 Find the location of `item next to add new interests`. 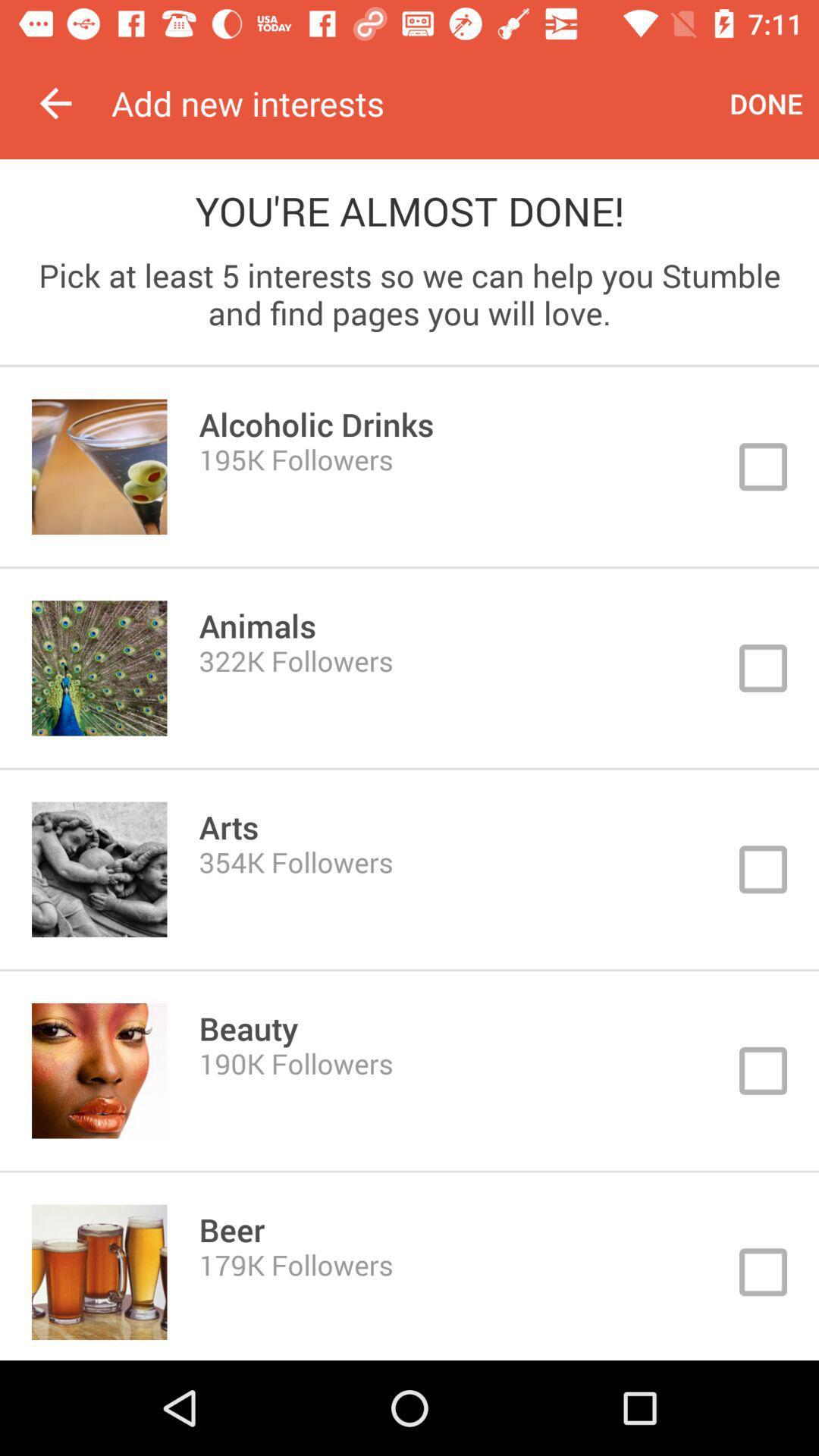

item next to add new interests is located at coordinates (55, 102).